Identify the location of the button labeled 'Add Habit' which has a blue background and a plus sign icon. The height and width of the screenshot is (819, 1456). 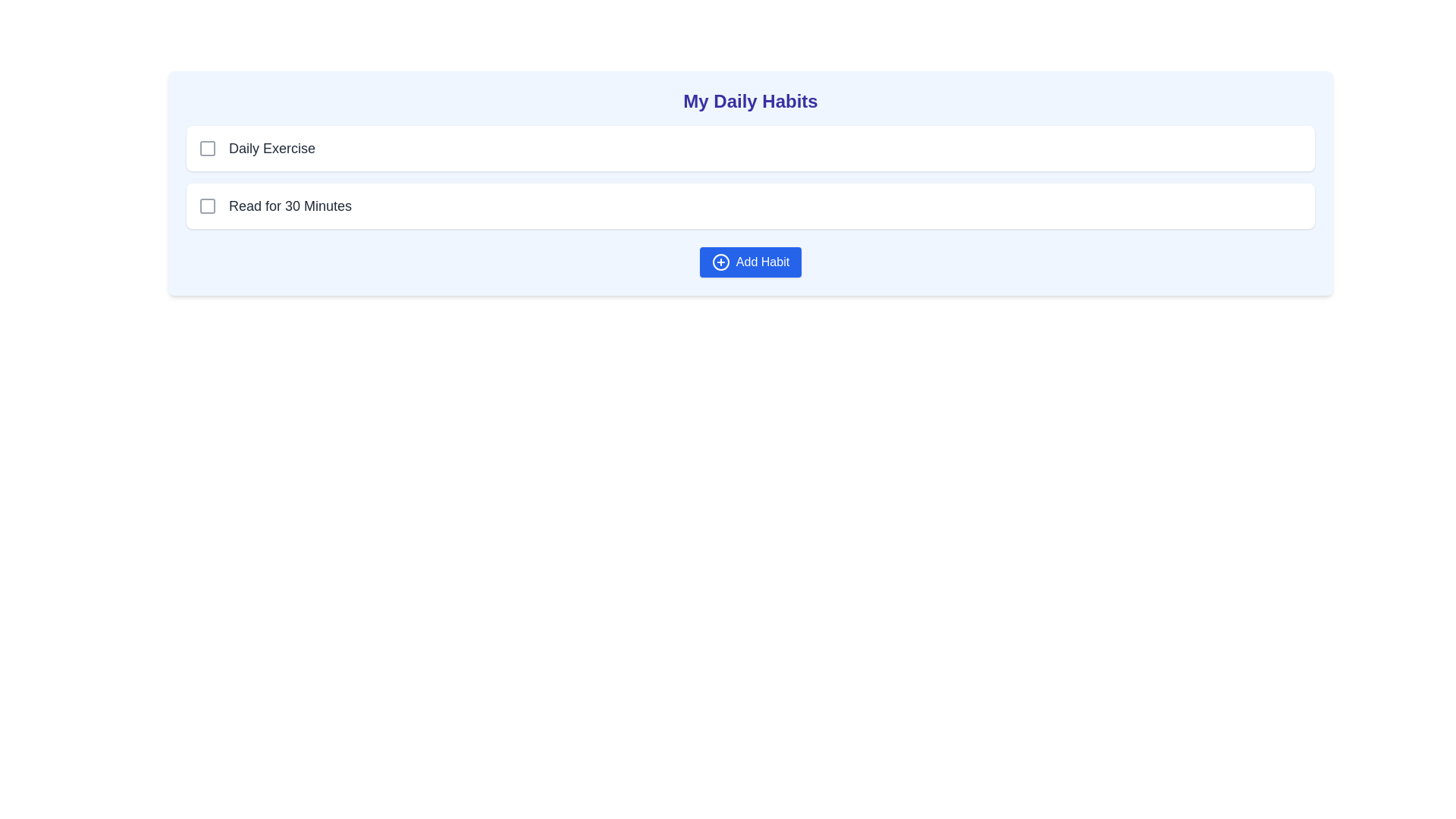
(750, 262).